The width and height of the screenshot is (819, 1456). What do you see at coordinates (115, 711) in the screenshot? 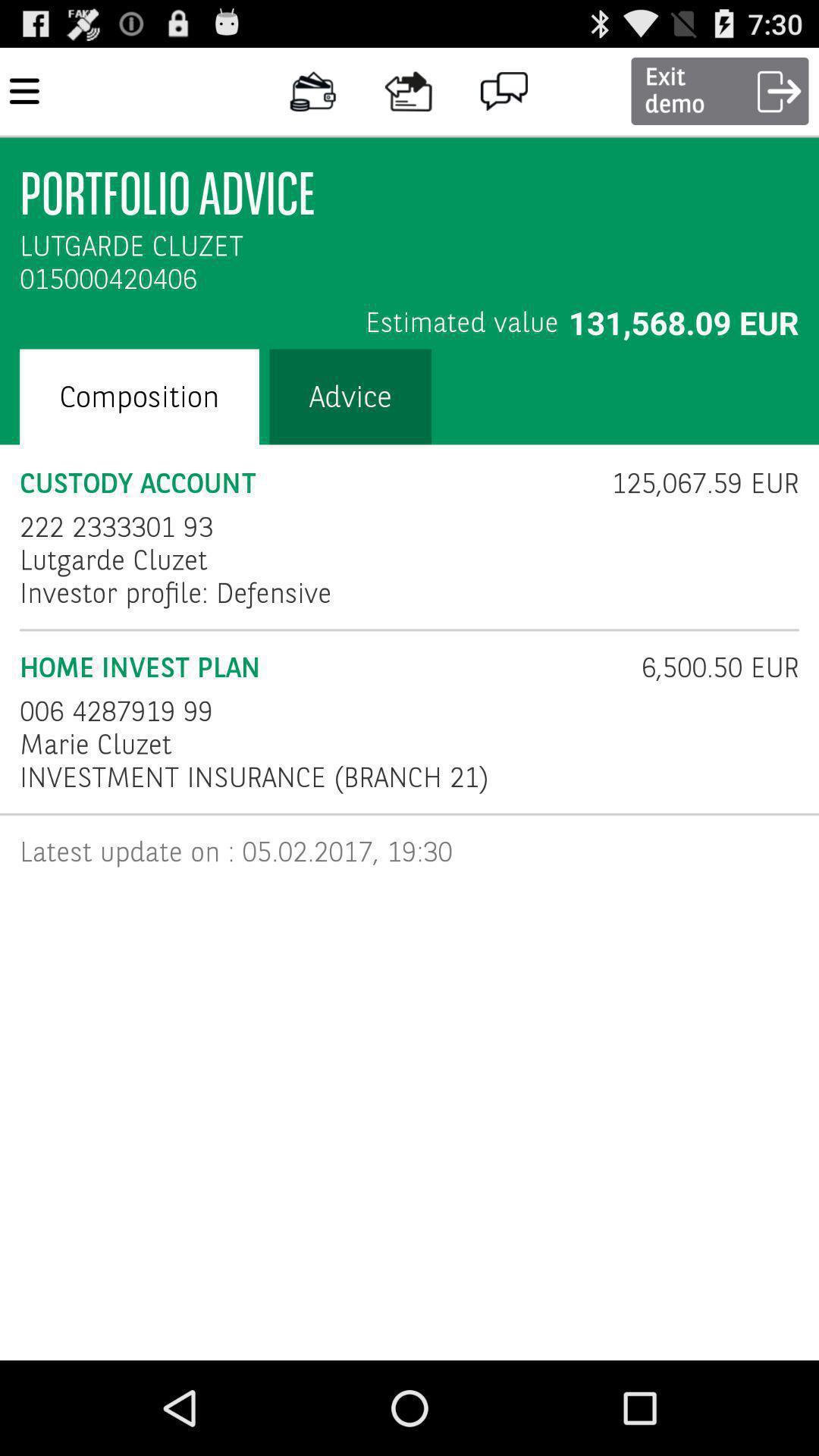
I see `item next to the 6 500 50` at bounding box center [115, 711].